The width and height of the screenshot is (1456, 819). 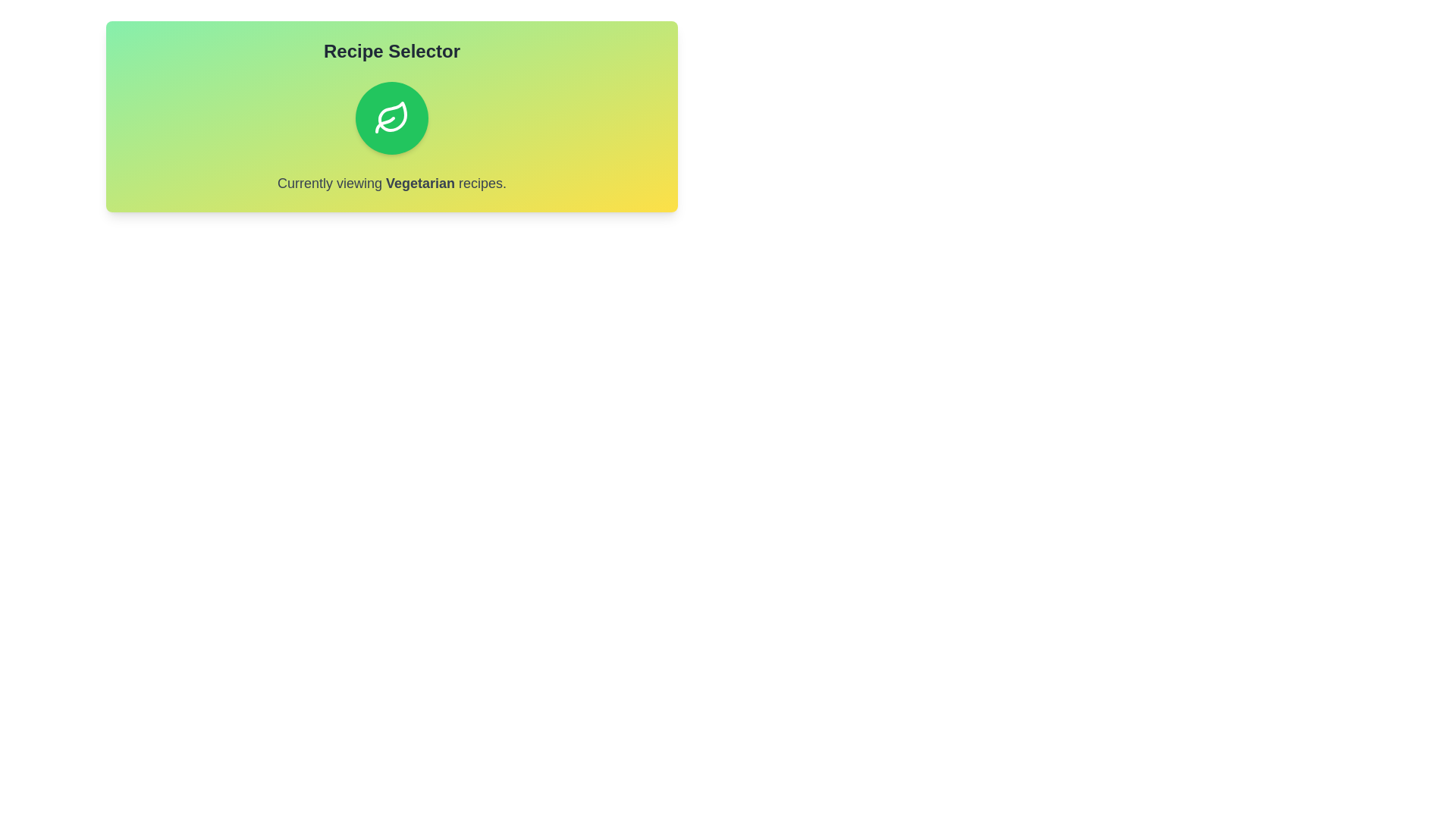 I want to click on the toggle button to switch between Vegetarian and Non-Vegetarian recipes, so click(x=392, y=117).